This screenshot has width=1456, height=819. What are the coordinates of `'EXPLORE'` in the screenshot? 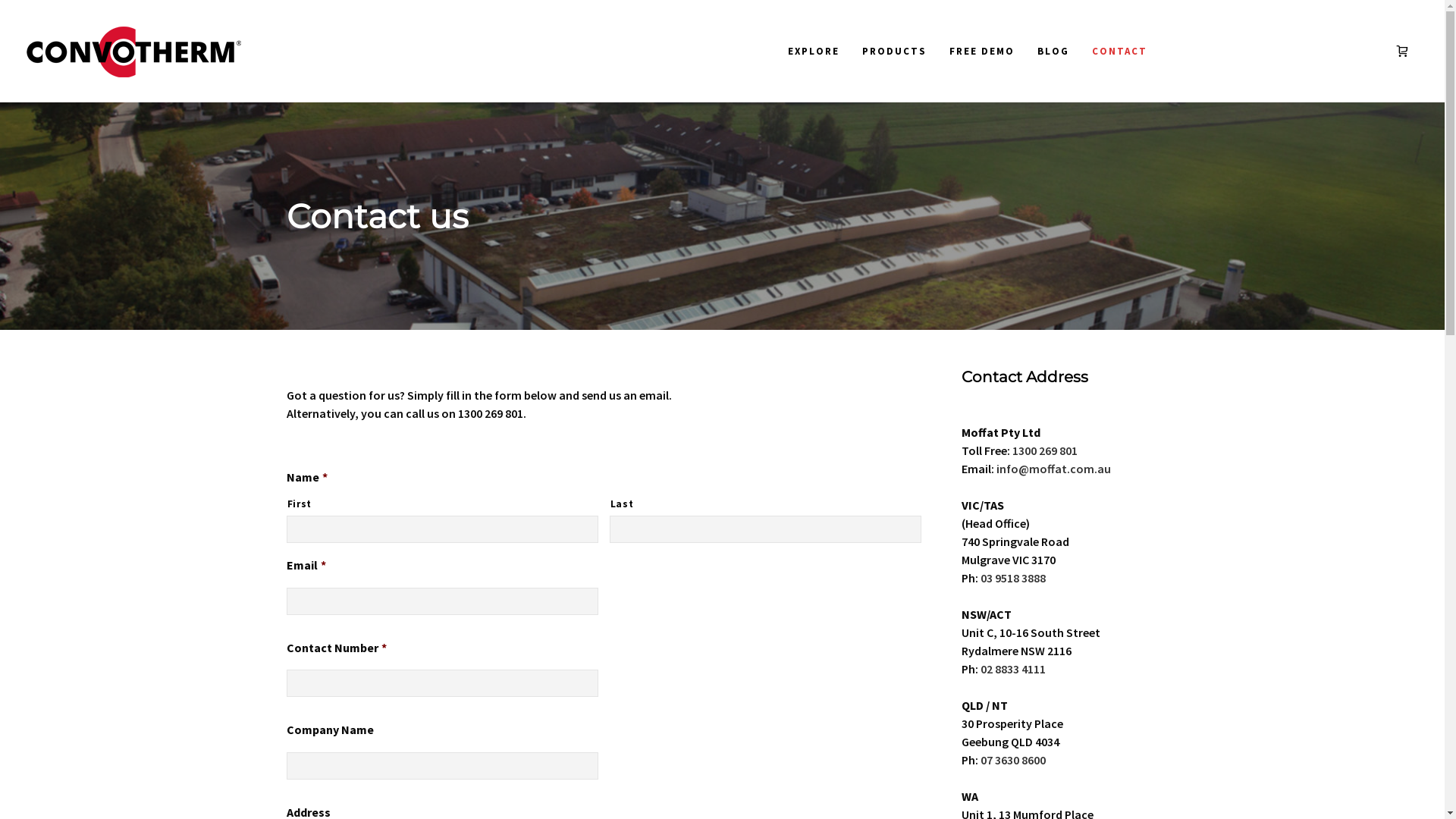 It's located at (813, 50).